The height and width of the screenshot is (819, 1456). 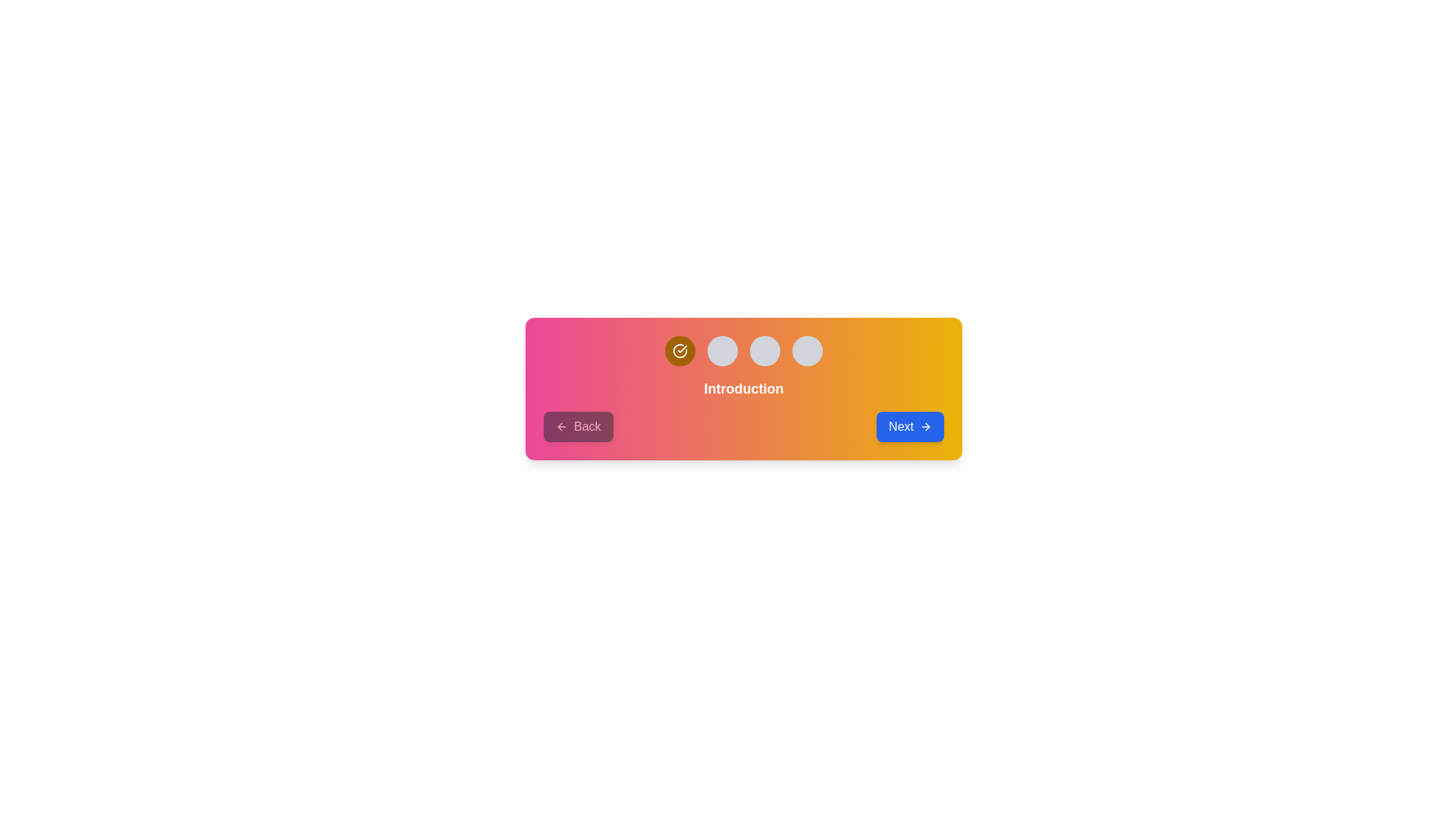 I want to click on the 'Next' button to navigate to the next step, so click(x=910, y=427).